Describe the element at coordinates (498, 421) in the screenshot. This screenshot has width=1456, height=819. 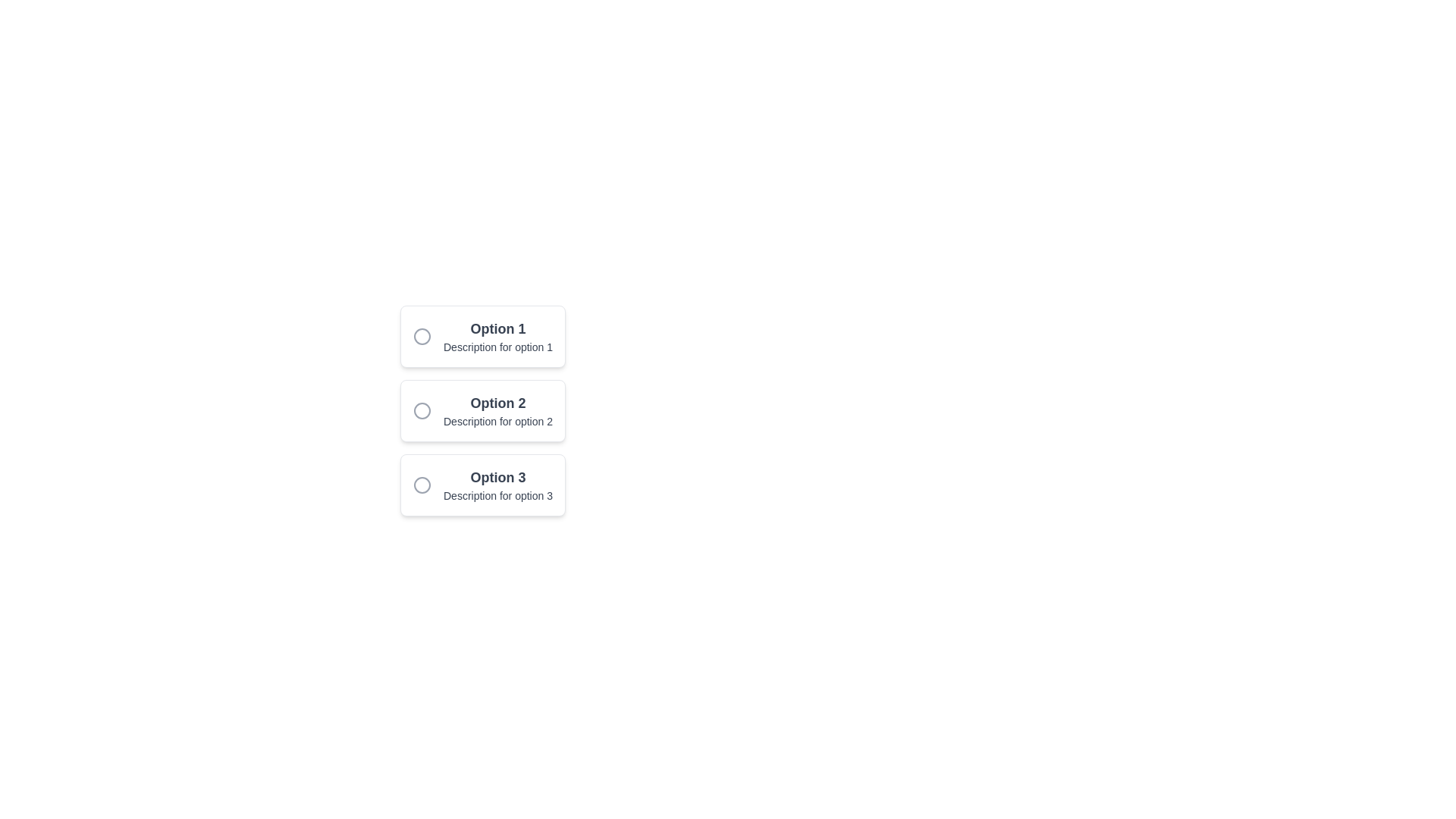
I see `the text label that describes 'Option 2', which is the second line of text directly below the bold 'Option 2'` at that location.